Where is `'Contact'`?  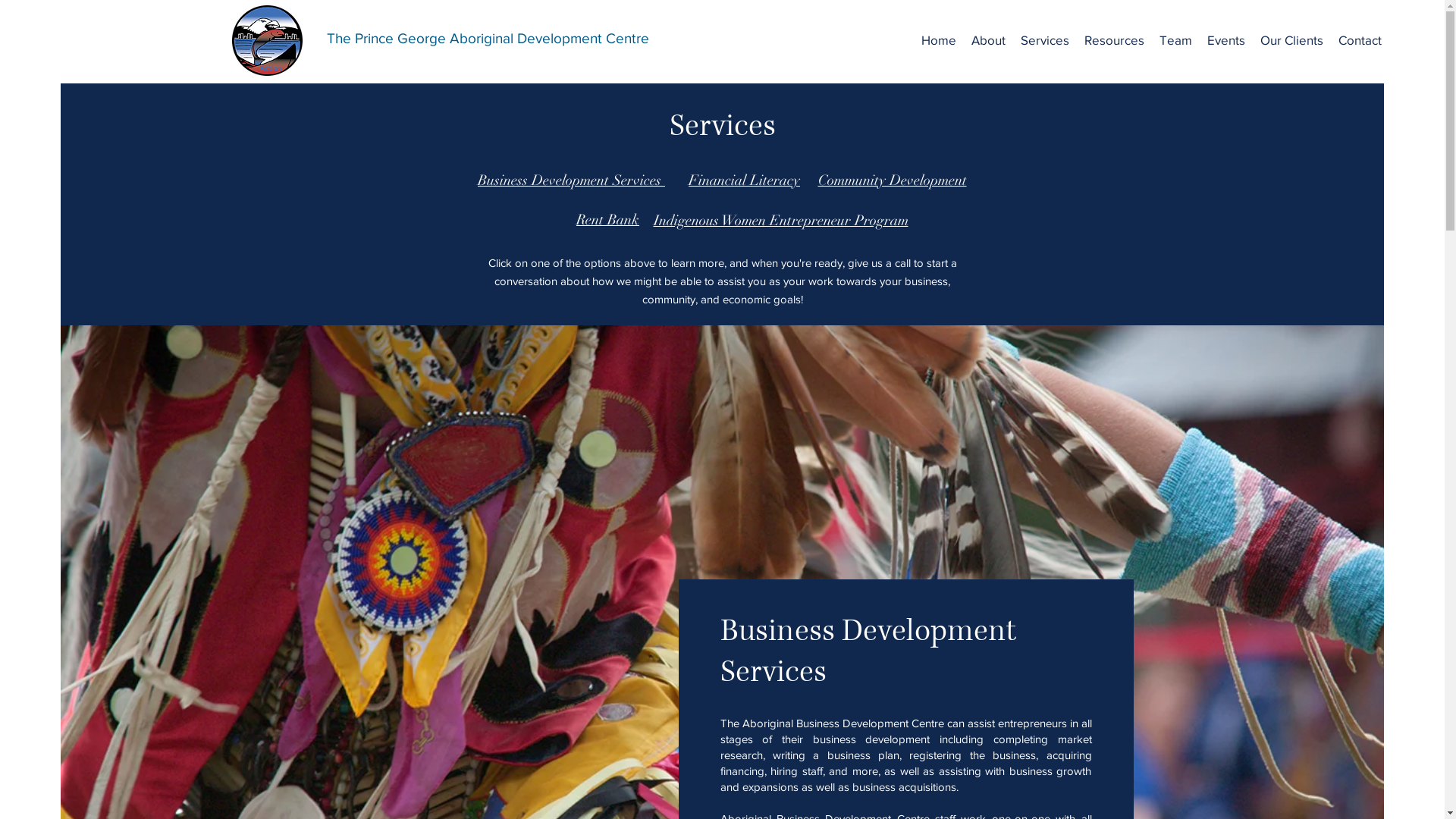
'Contact' is located at coordinates (1360, 39).